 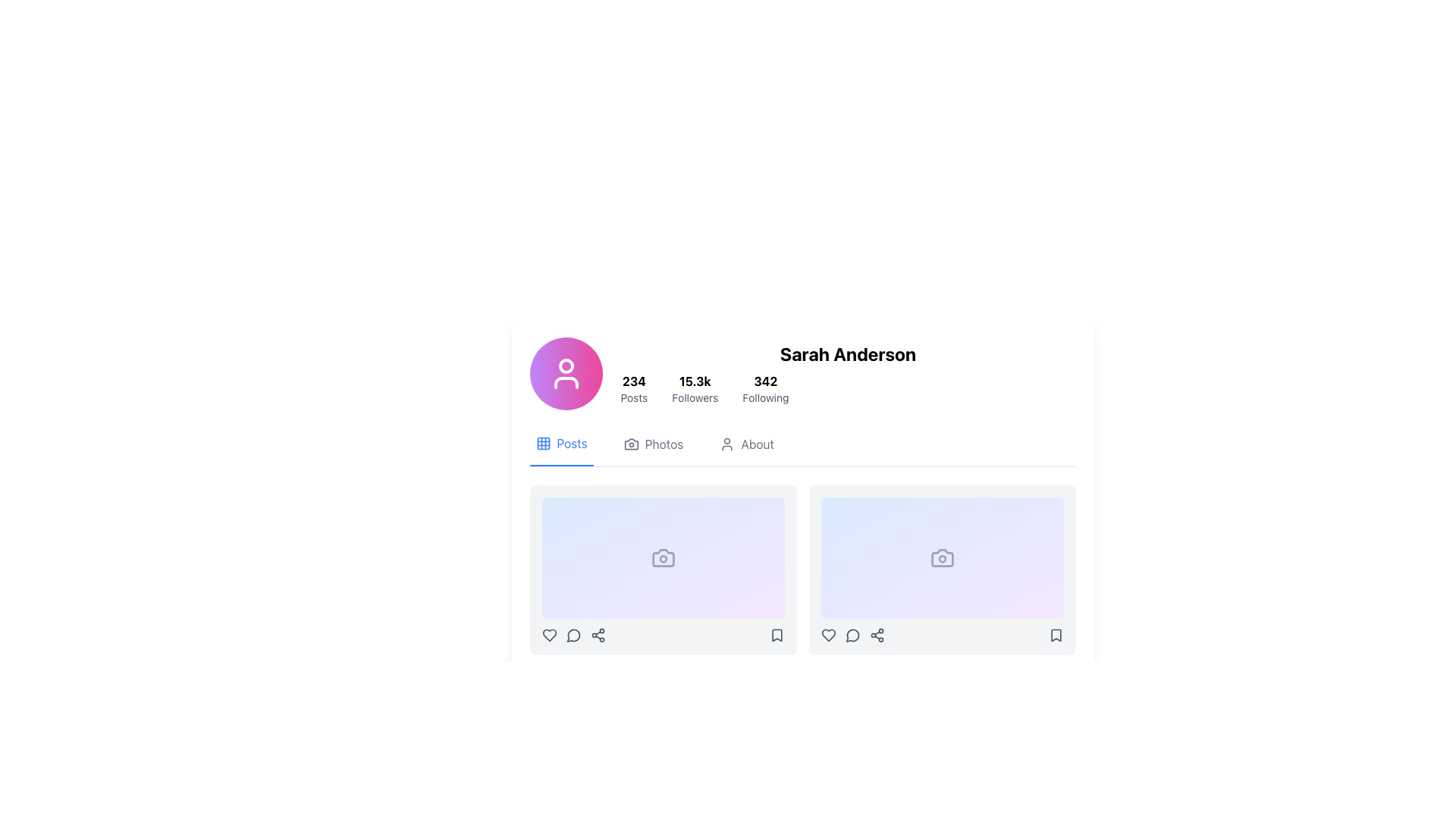 What do you see at coordinates (565, 382) in the screenshot?
I see `the decorative SVG element located at the bottom of the circular avatar icon in the top-left section of the profile interface` at bounding box center [565, 382].